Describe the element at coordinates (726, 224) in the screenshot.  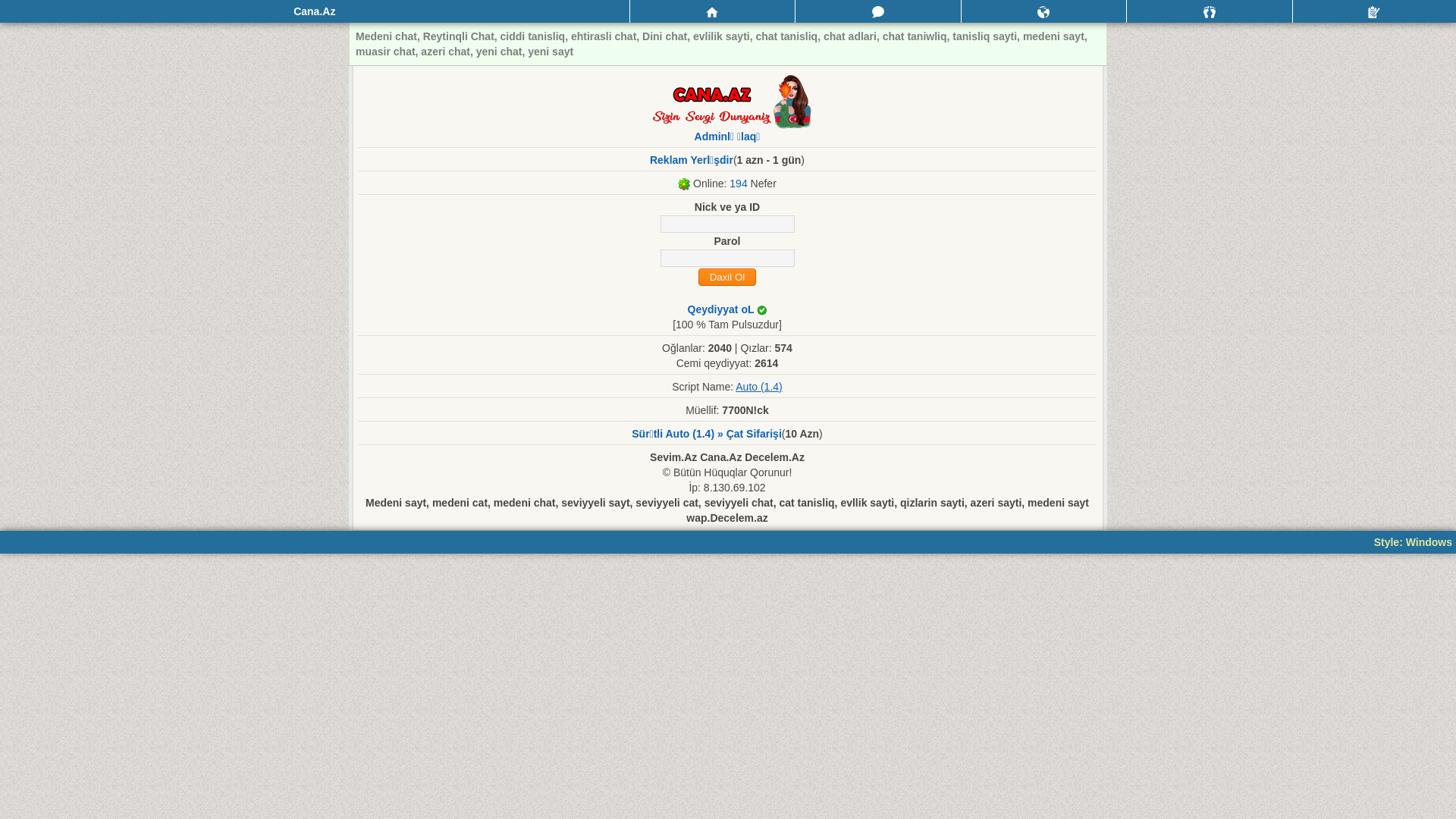
I see `'nick'` at that location.